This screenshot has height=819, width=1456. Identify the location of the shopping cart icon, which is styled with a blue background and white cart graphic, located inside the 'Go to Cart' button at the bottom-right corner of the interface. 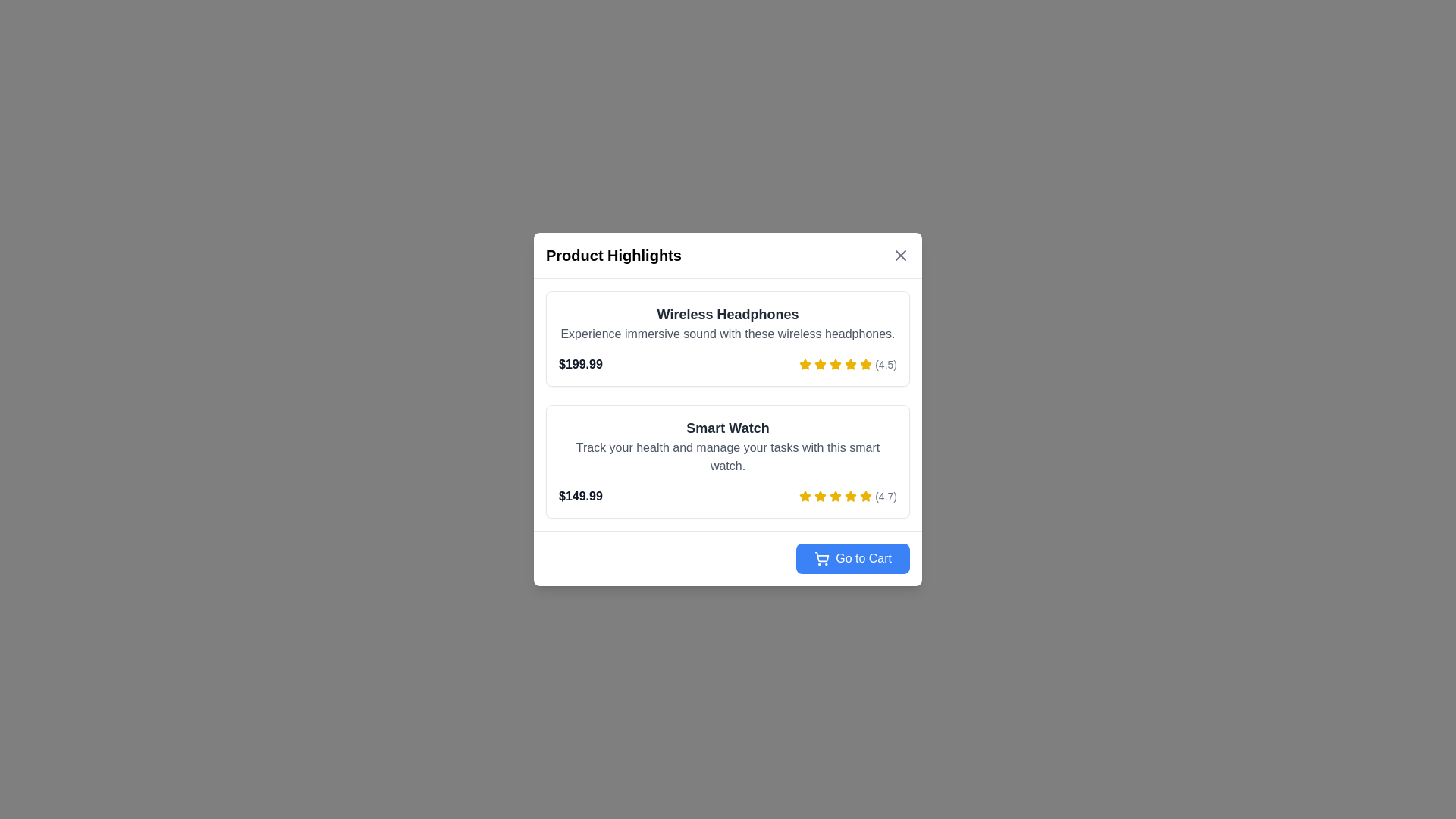
(821, 558).